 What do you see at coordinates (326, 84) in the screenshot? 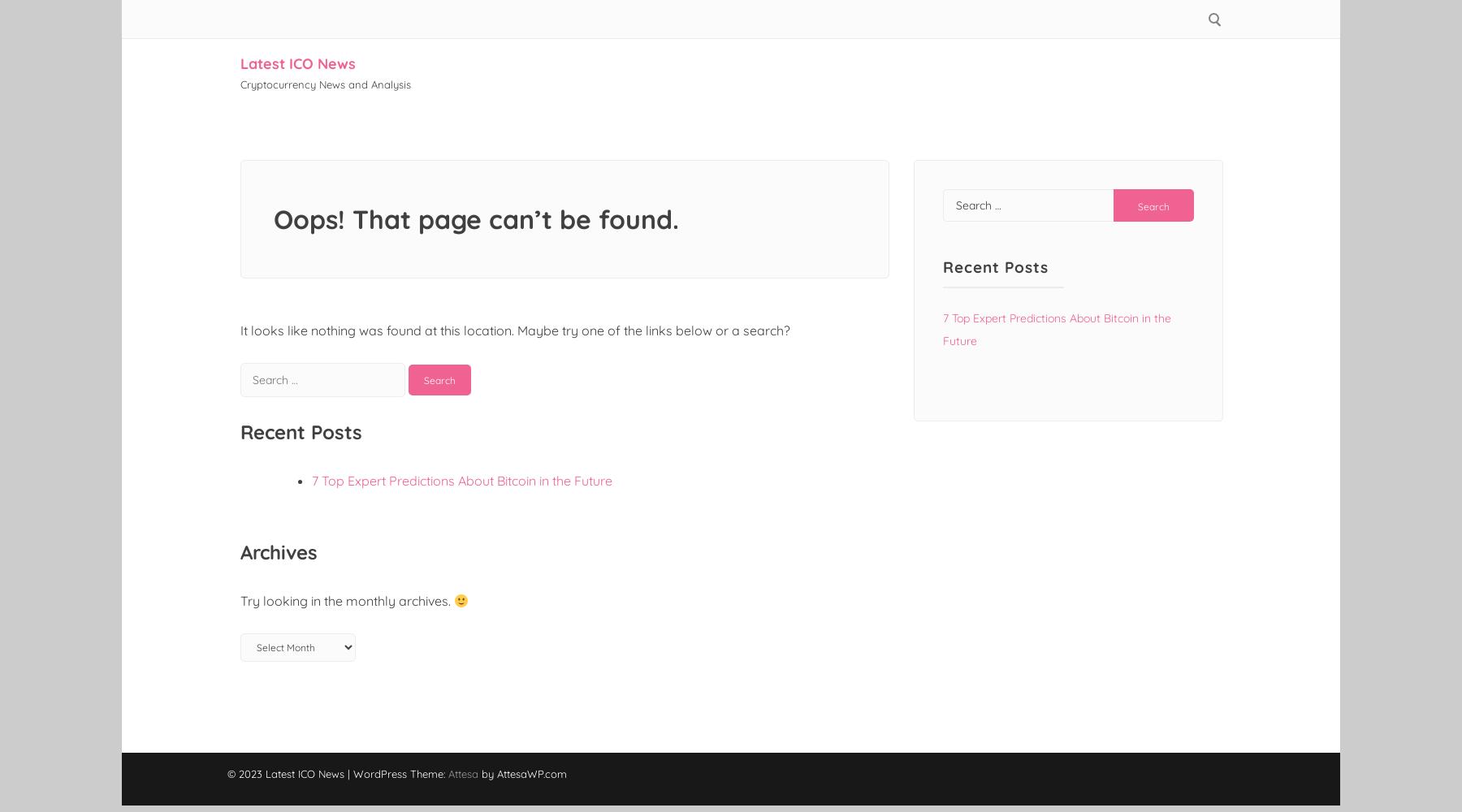
I see `'Cryptocurrency News and Analysis'` at bounding box center [326, 84].